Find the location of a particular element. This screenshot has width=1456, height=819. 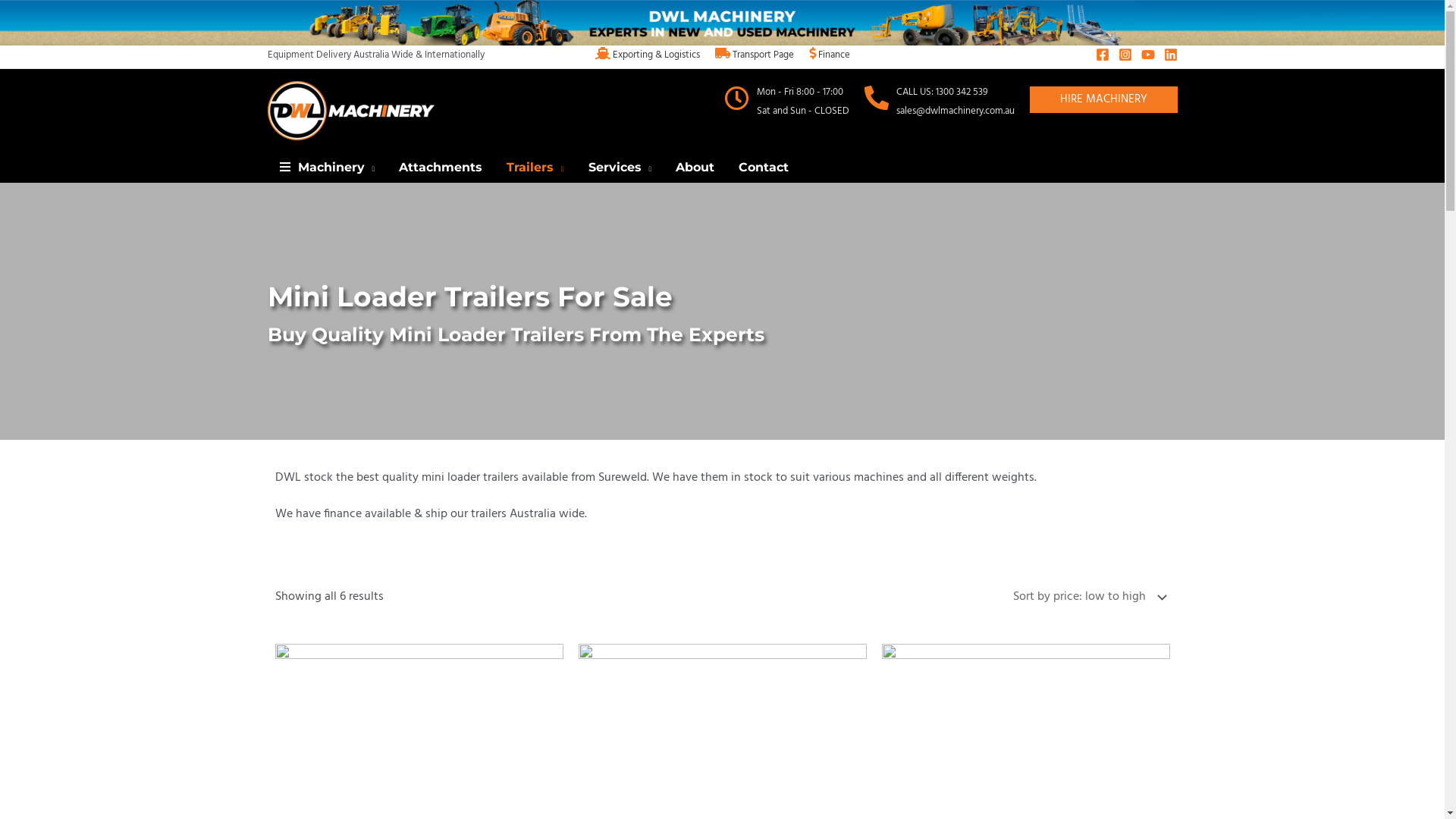

'HIRE MACHINERY' is located at coordinates (1030, 99).